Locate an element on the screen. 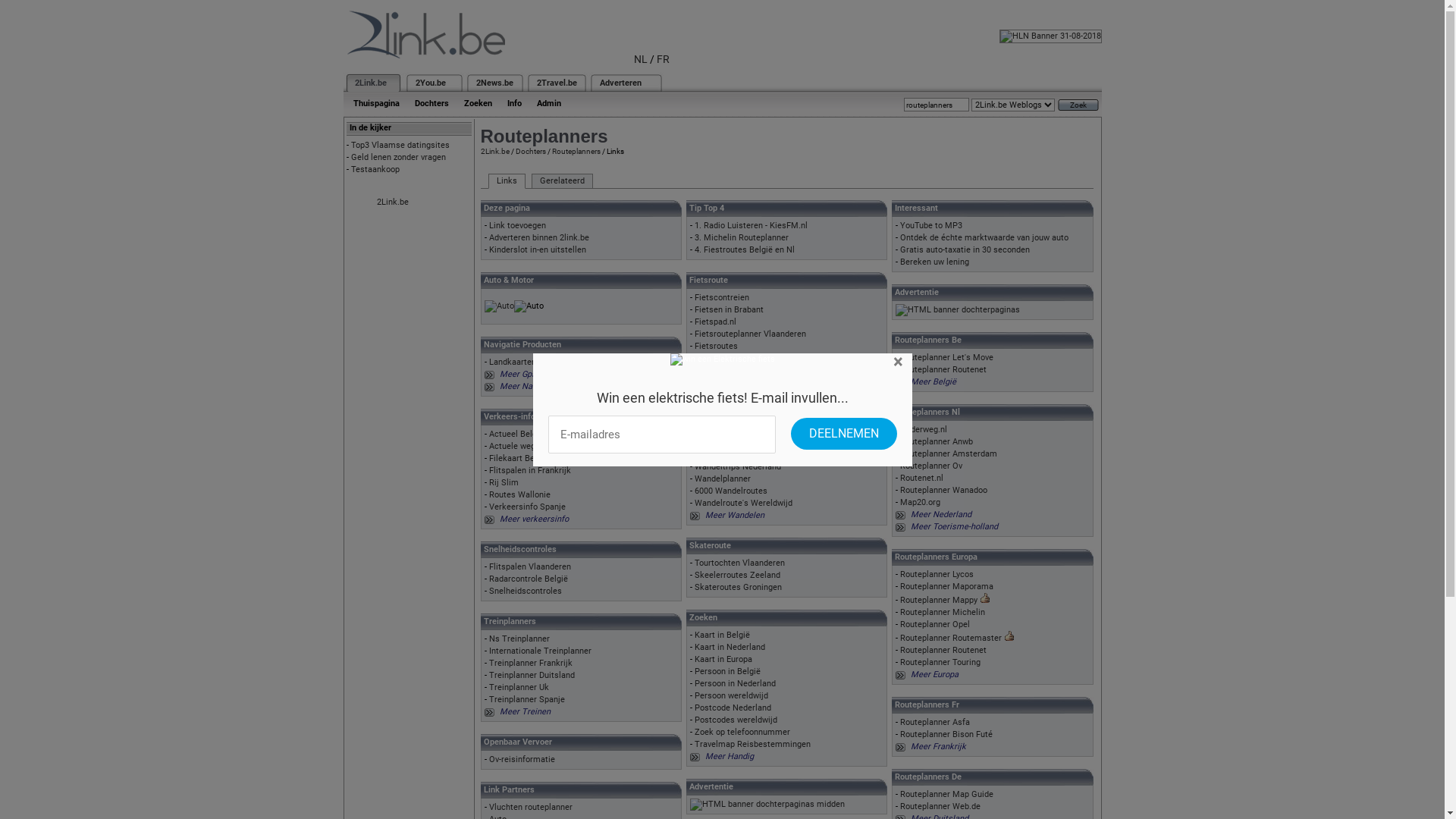 The height and width of the screenshot is (819, 1456). 'Treinplanner Duitsland' is located at coordinates (531, 674).